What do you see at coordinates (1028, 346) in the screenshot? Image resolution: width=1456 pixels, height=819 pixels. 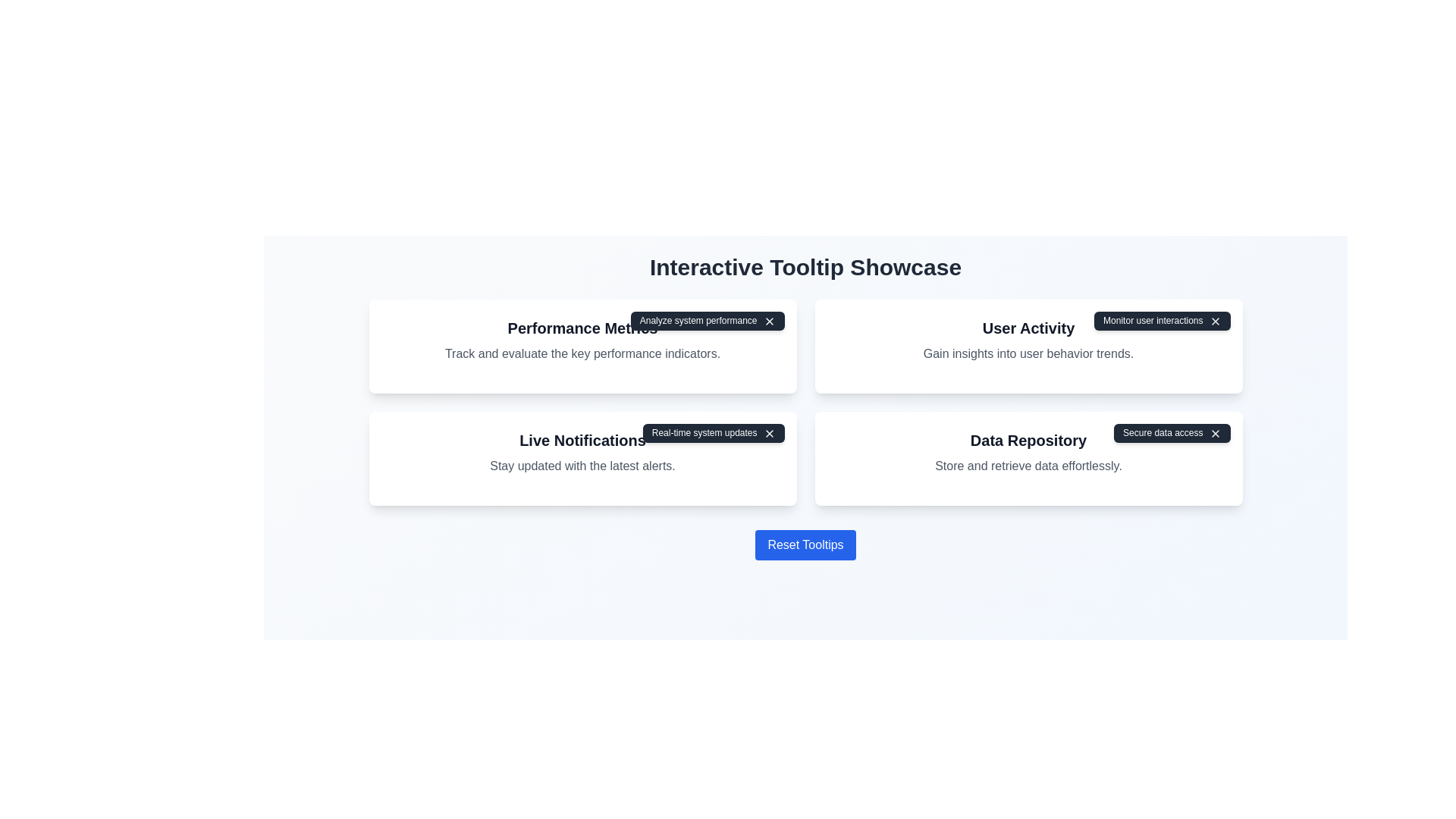 I see `the Information card that provides summarized insights into user activity, located in the top-right quadrant of the 2x2 grid layout` at bounding box center [1028, 346].